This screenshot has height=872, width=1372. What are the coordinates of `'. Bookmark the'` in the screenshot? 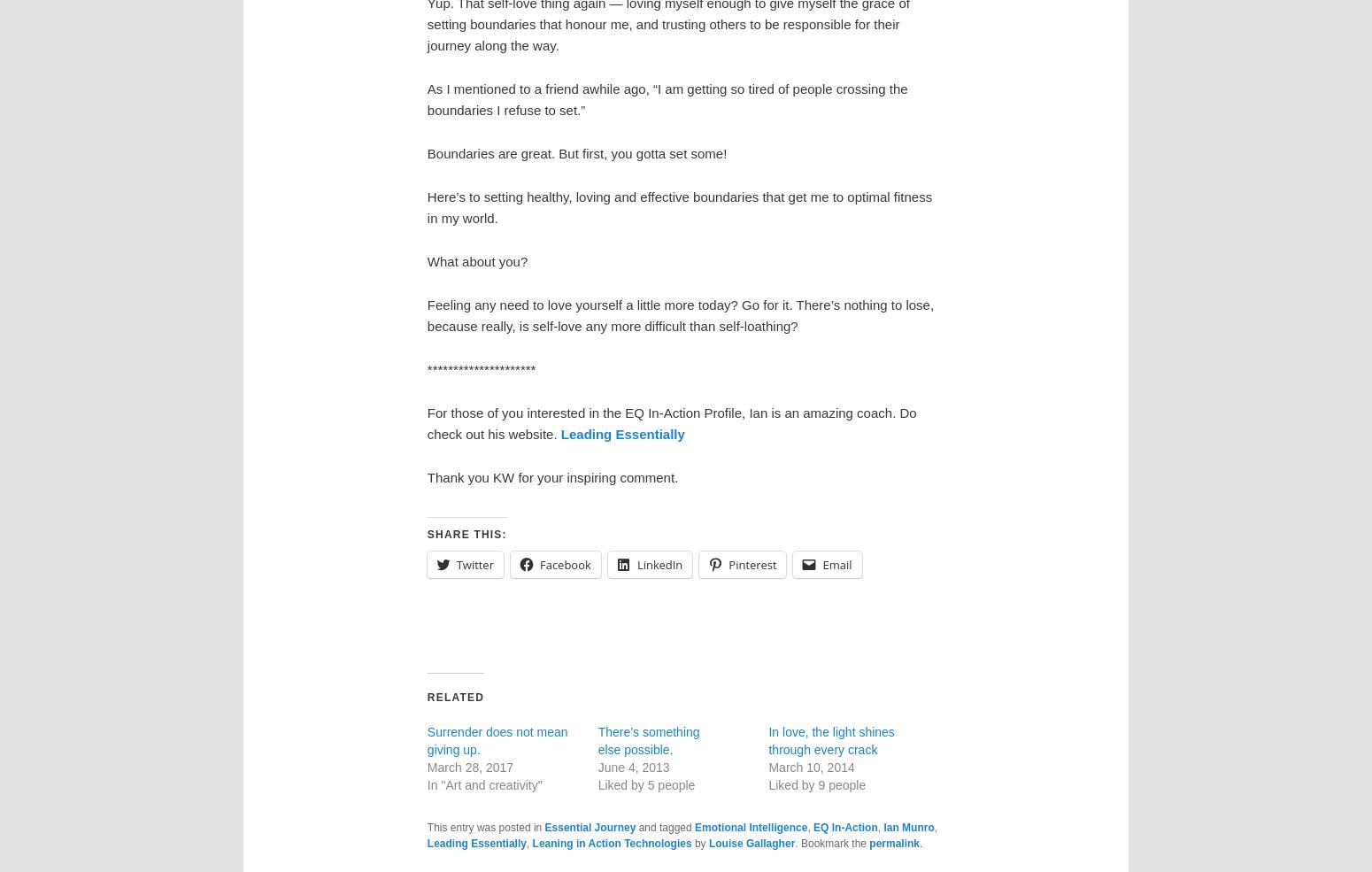 It's located at (831, 843).